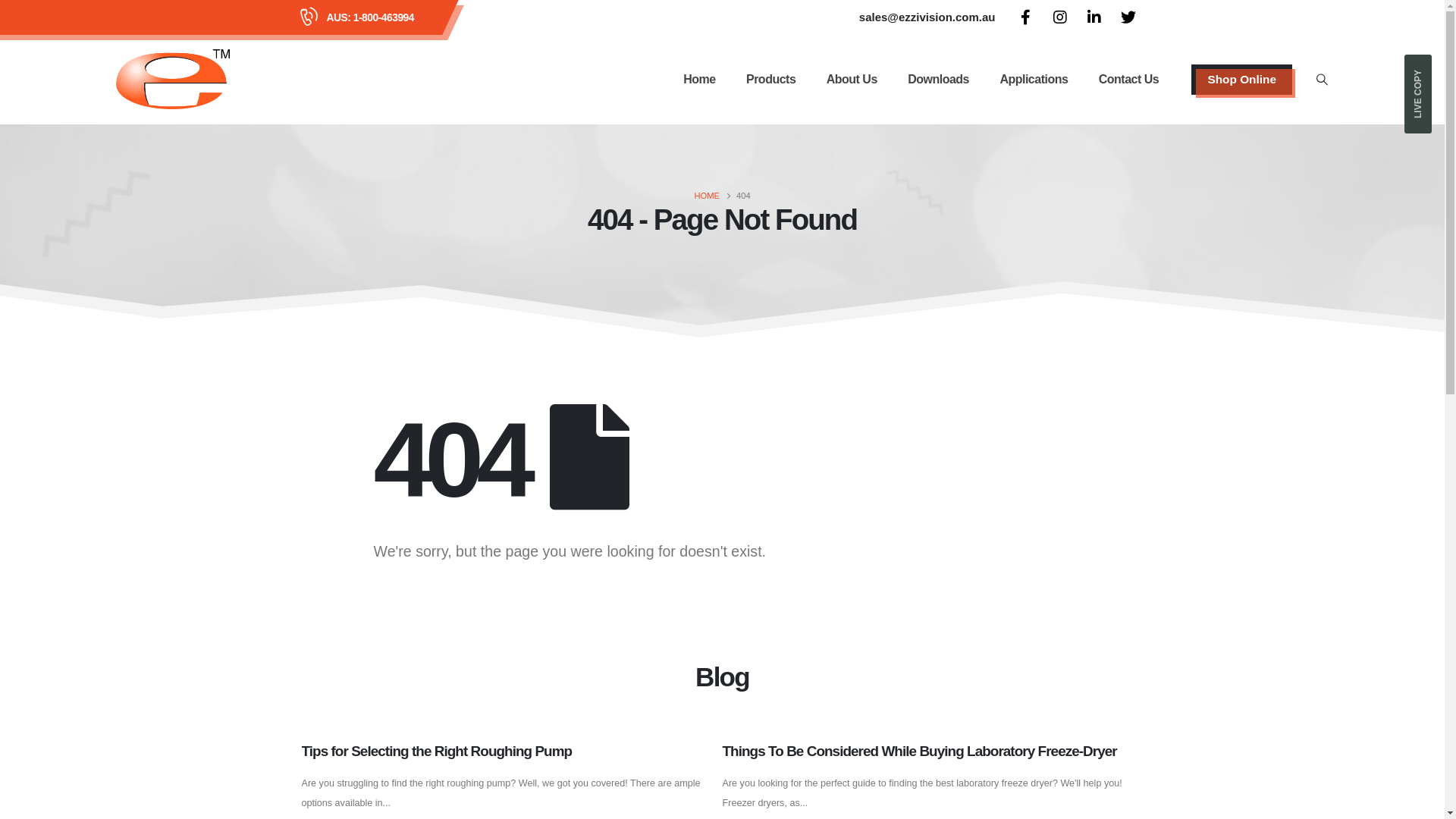 The width and height of the screenshot is (1456, 819). What do you see at coordinates (370, 17) in the screenshot?
I see `'AUS: 1-800-463994'` at bounding box center [370, 17].